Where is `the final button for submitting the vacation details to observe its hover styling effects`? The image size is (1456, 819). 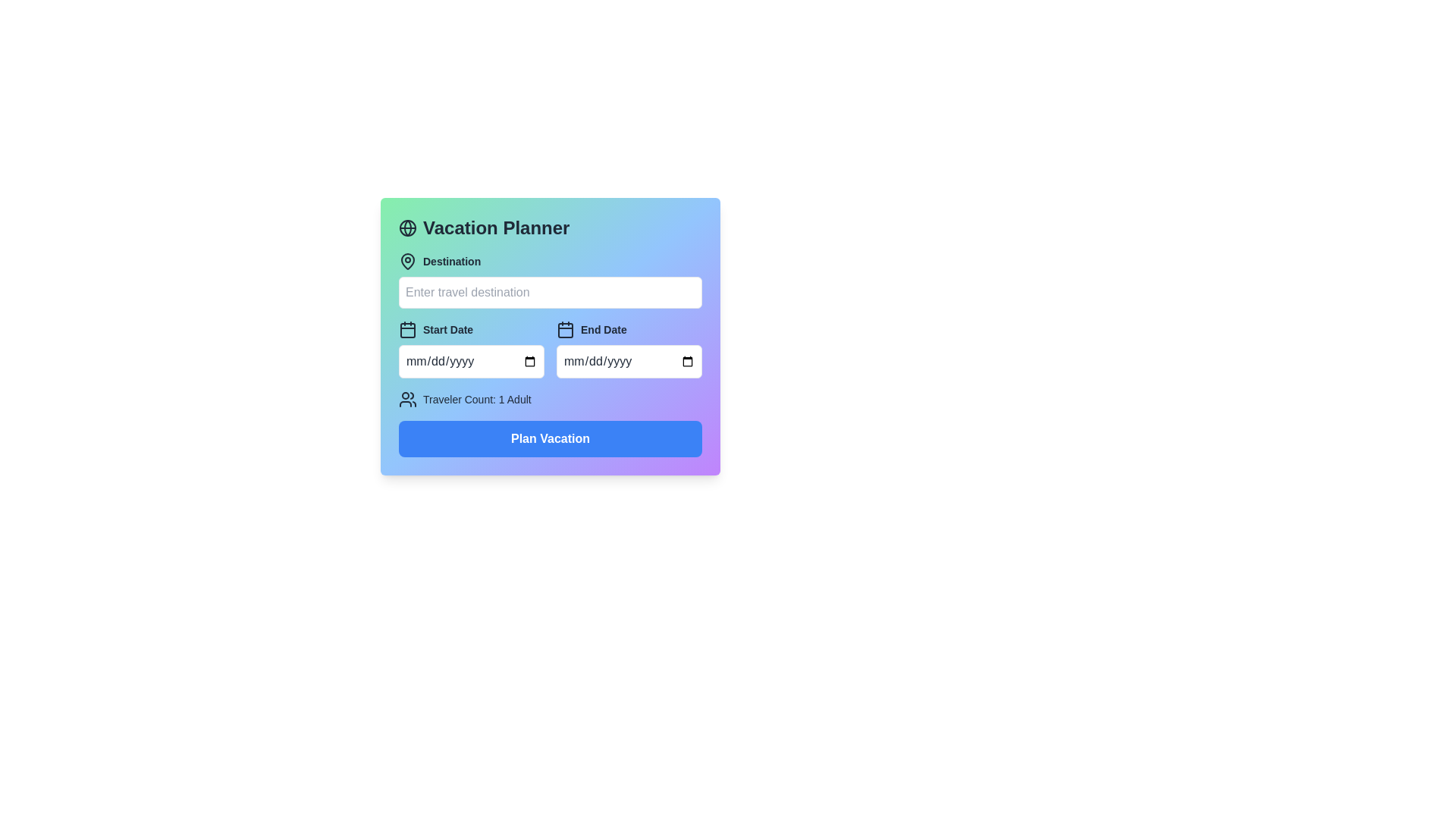
the final button for submitting the vacation details to observe its hover styling effects is located at coordinates (549, 438).